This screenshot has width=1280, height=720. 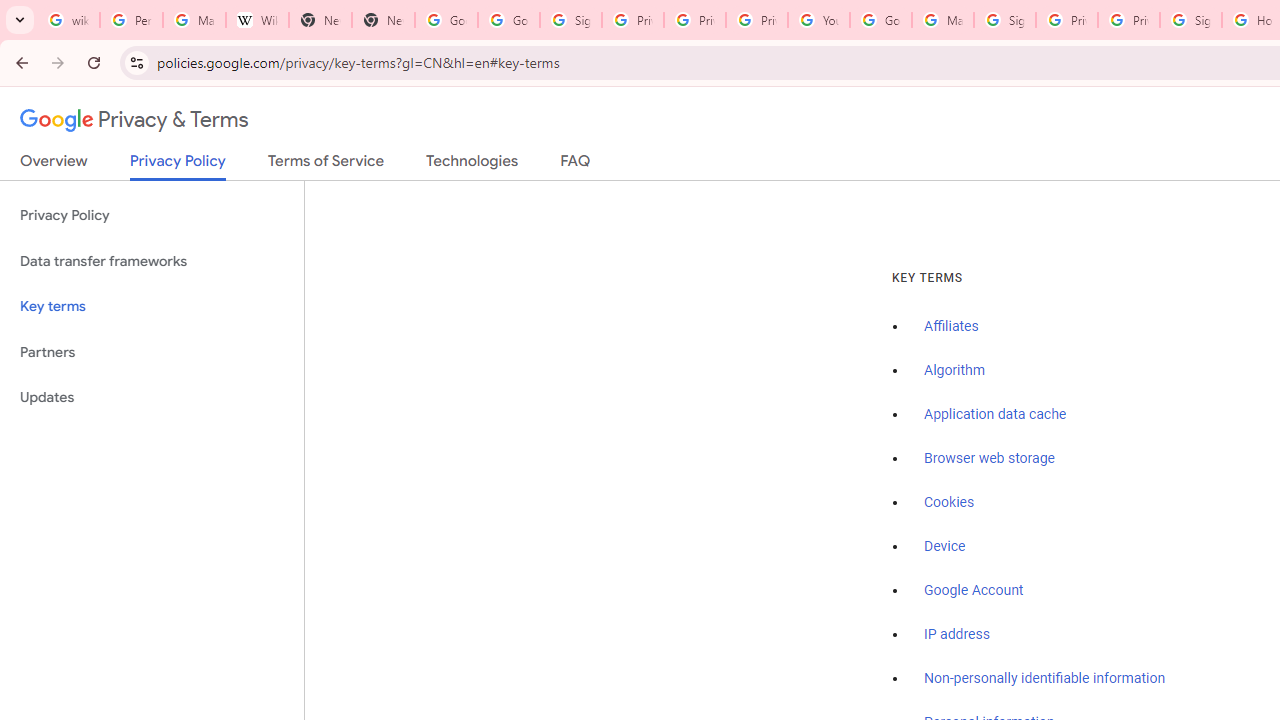 I want to click on 'IP address', so click(x=955, y=634).